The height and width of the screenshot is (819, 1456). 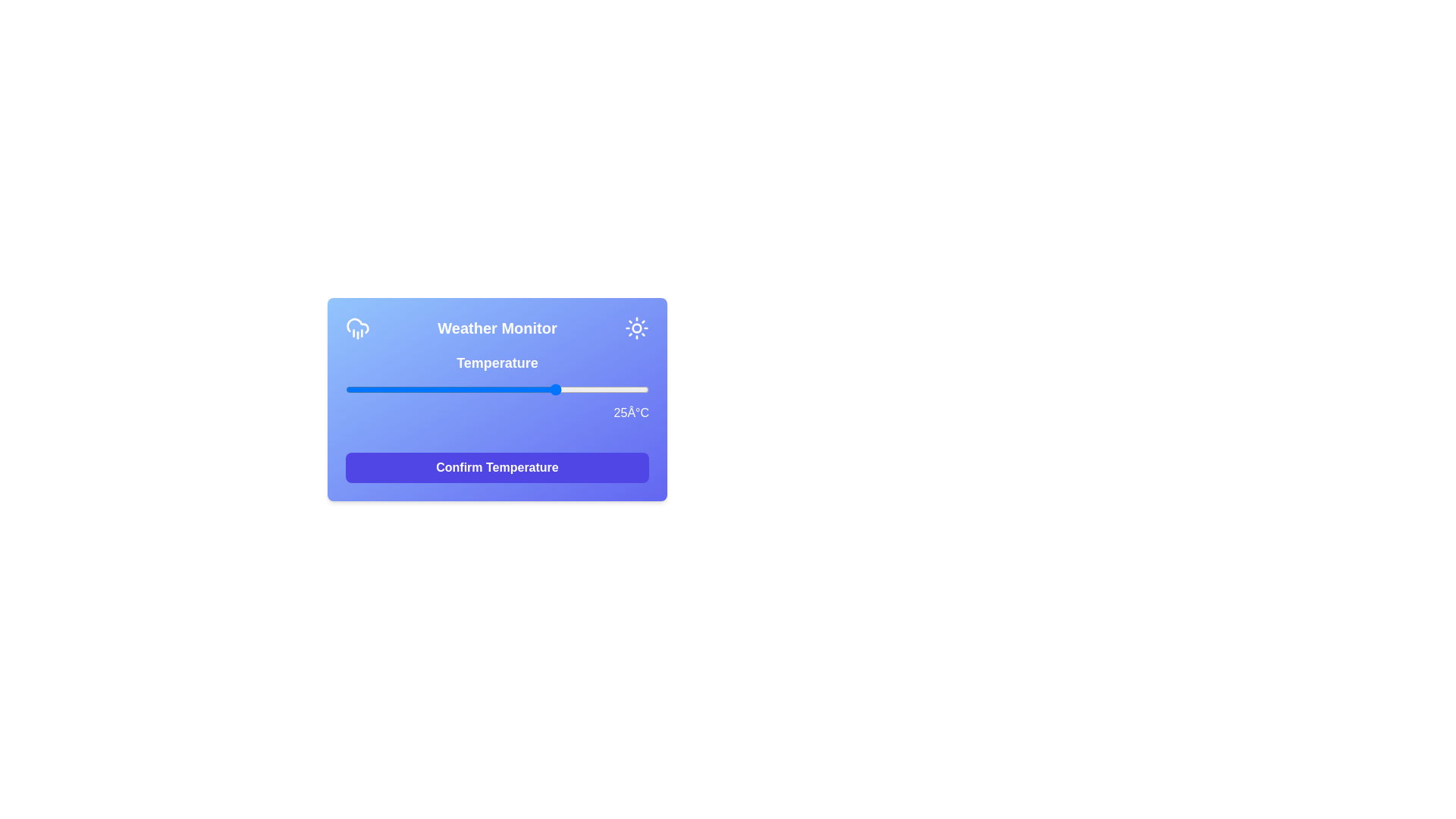 I want to click on 'Weather Monitor' header text displayed in bold font at the top-center of the blue card interface, so click(x=497, y=327).